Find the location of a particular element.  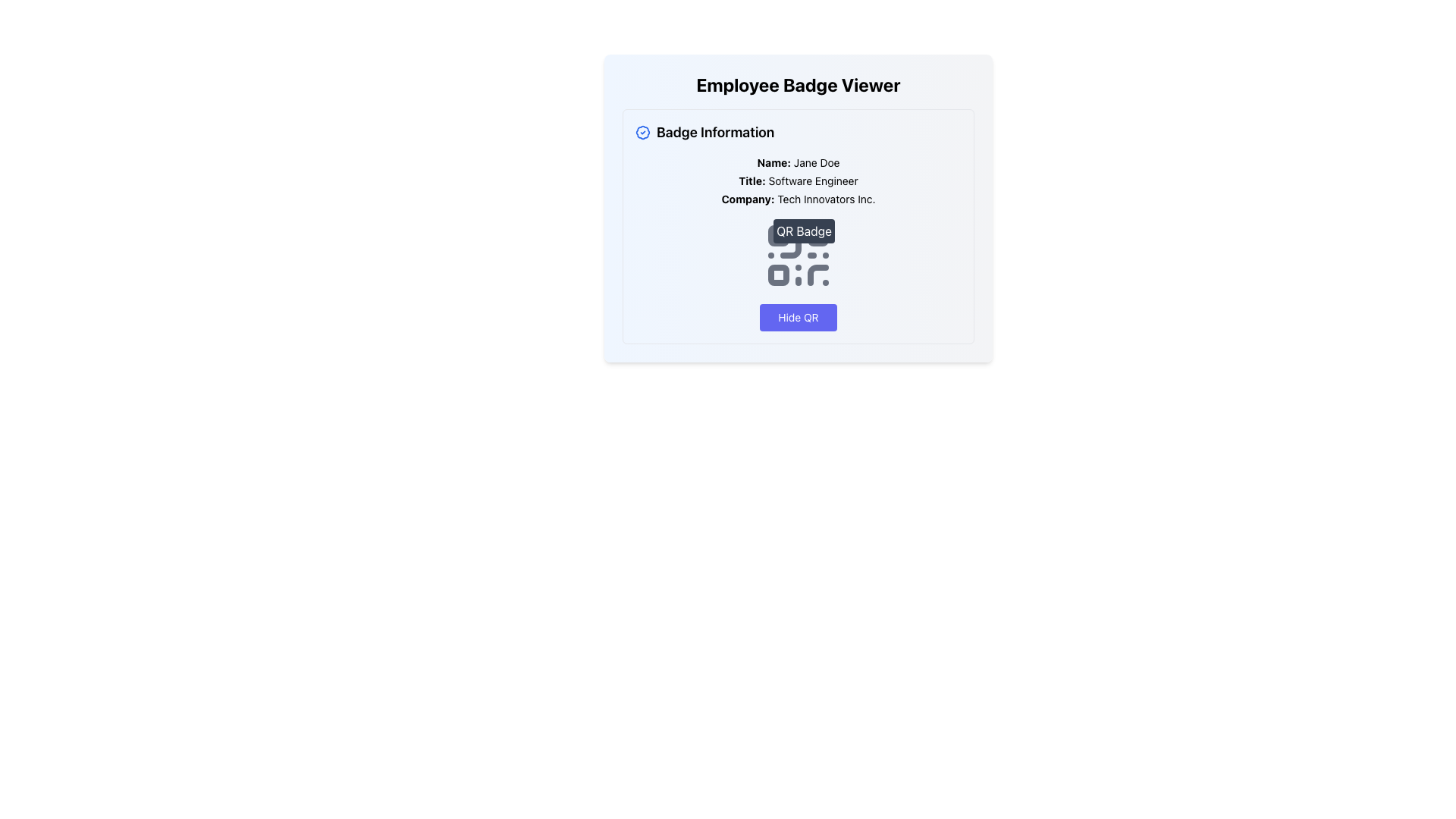

title text located at the top of the card layout, which serves as a header providing context for the content is located at coordinates (797, 84).